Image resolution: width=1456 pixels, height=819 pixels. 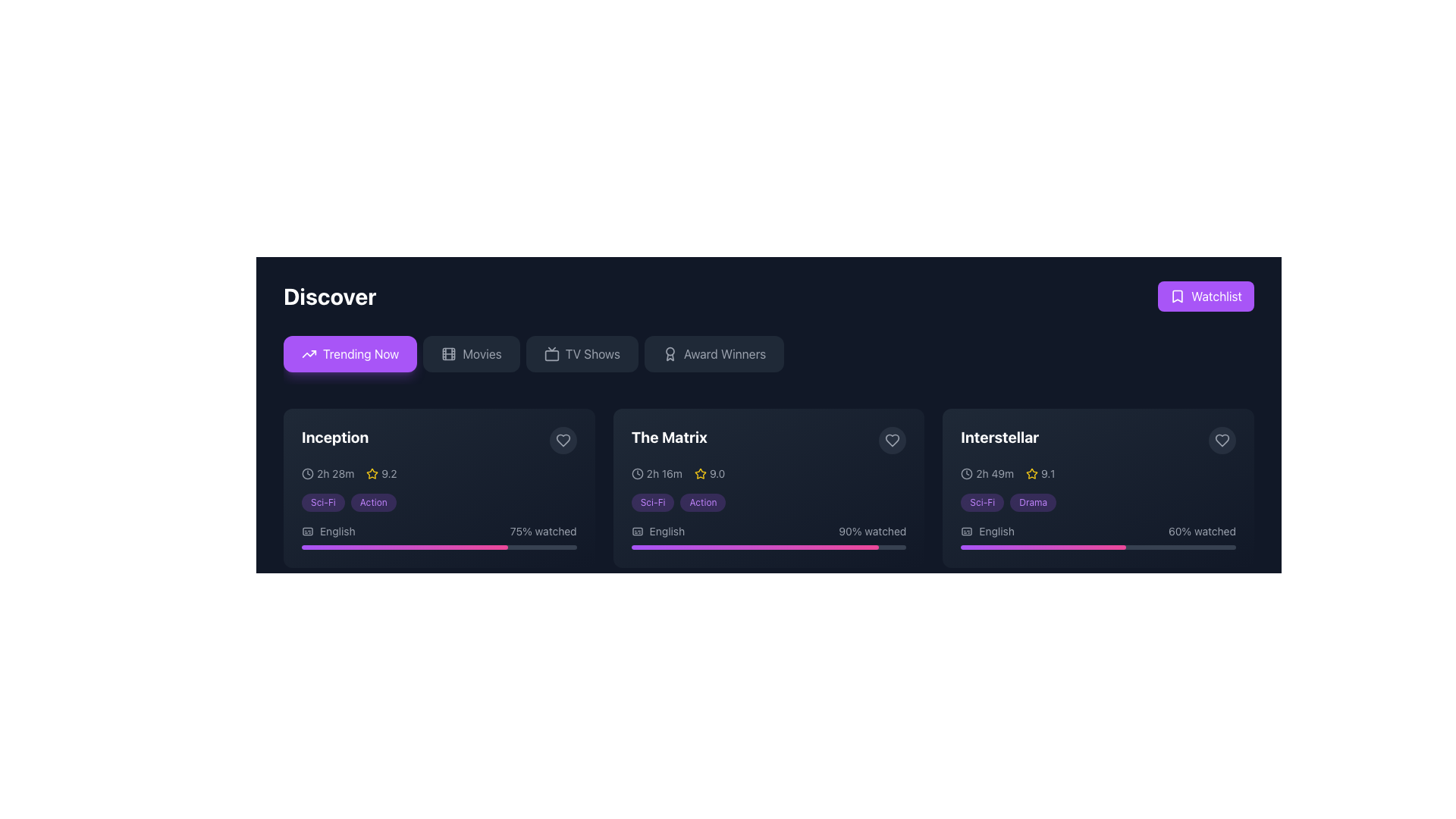 I want to click on the clock icon located at the top left corner of the movie 'The Matrix' card, before the duration text '2h 16m', so click(x=637, y=472).